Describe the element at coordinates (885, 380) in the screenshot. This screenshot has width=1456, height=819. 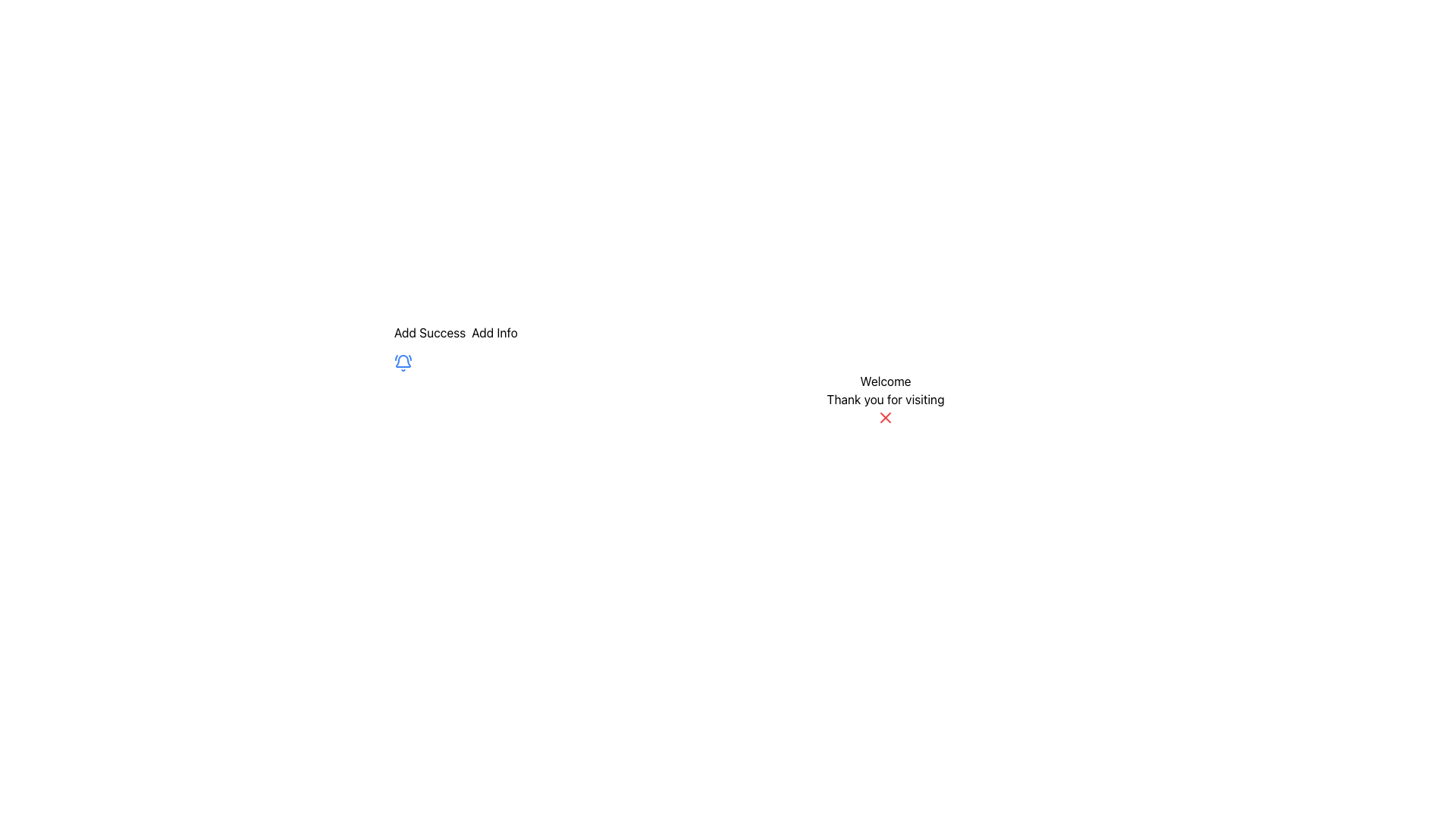
I see `greeting text positioned at the top of the two-line text block, which introduces the content of the interface` at that location.